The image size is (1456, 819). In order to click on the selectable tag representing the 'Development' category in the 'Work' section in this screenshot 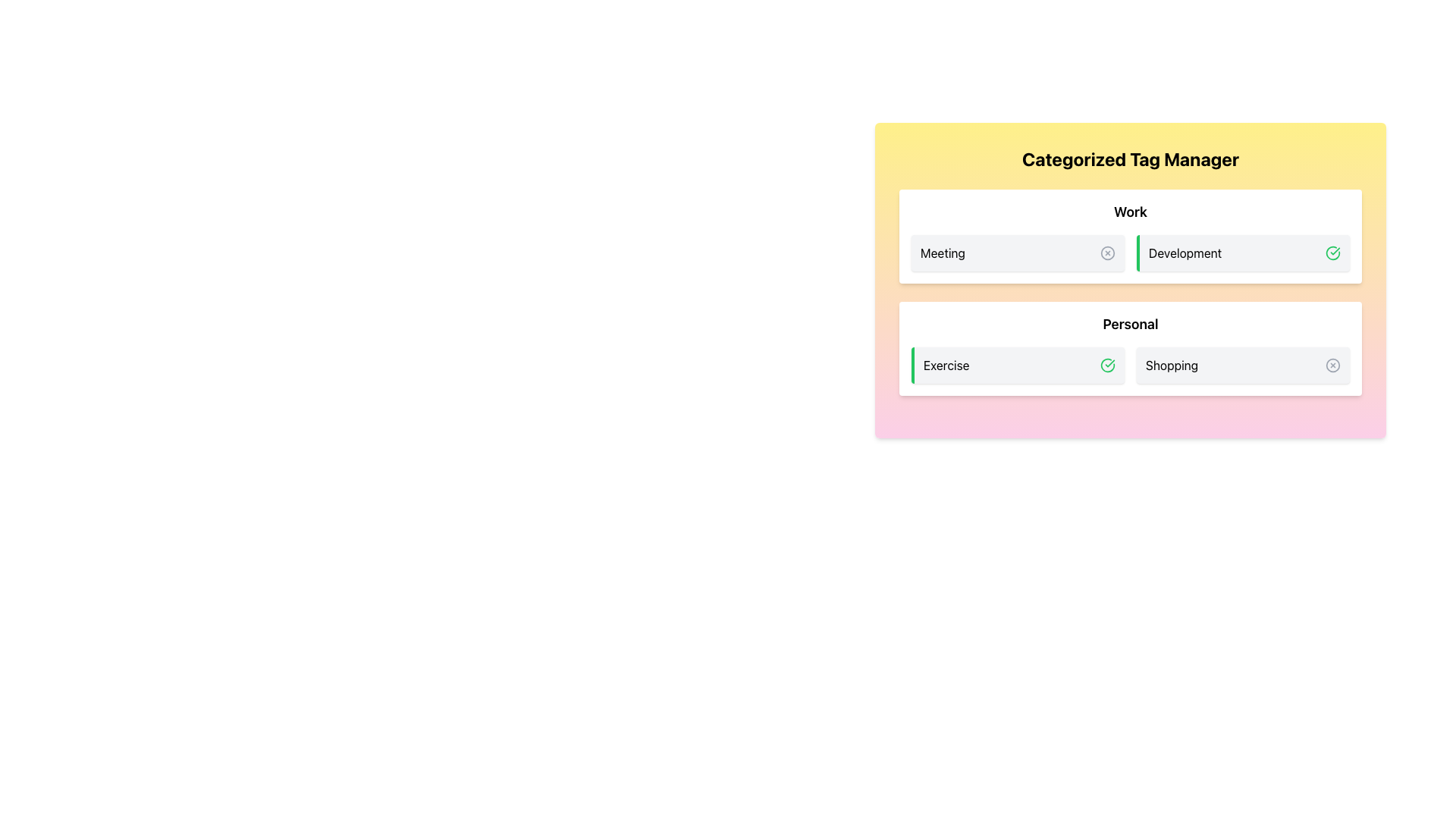, I will do `click(1243, 253)`.